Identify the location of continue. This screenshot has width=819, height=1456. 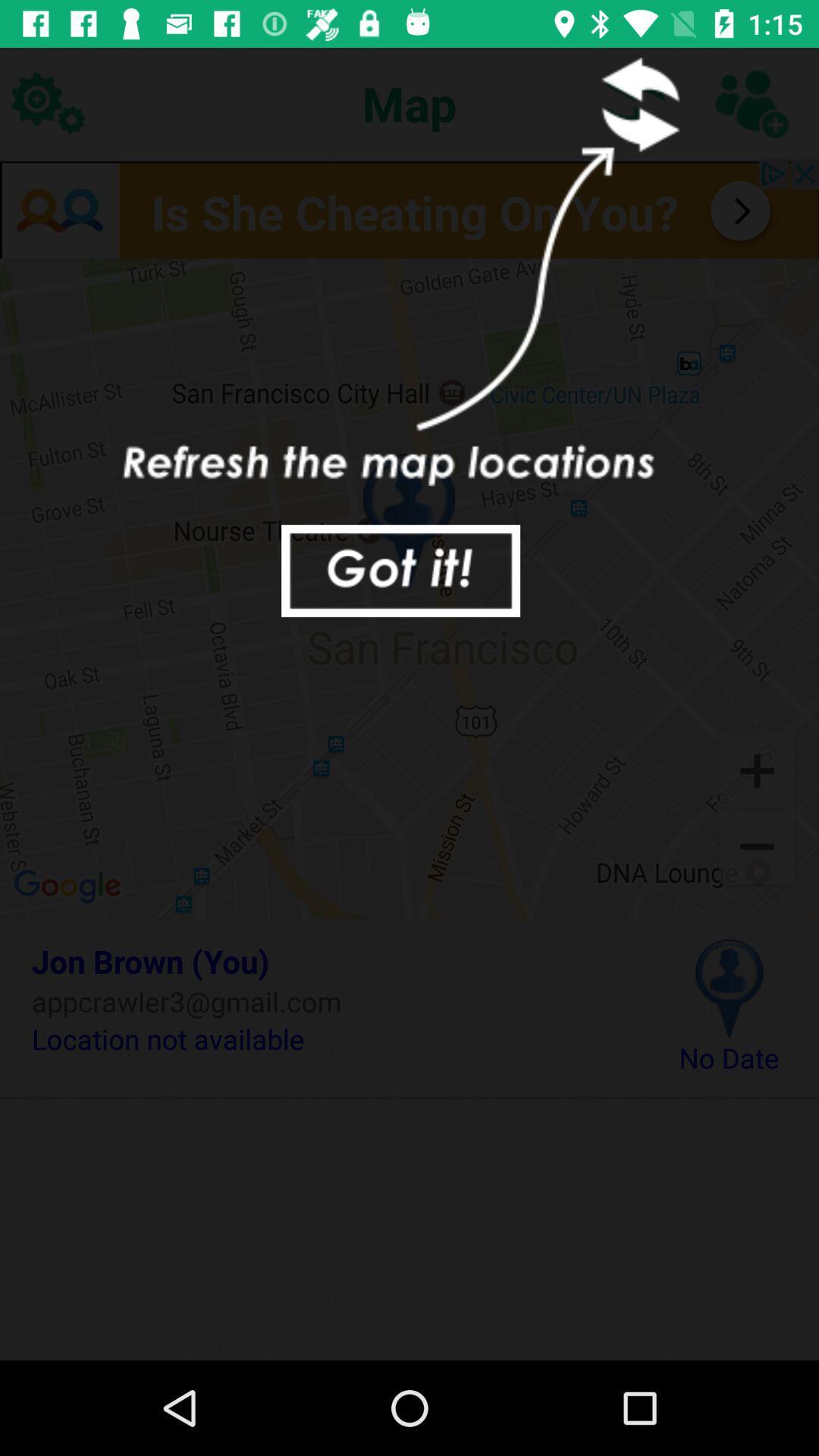
(400, 570).